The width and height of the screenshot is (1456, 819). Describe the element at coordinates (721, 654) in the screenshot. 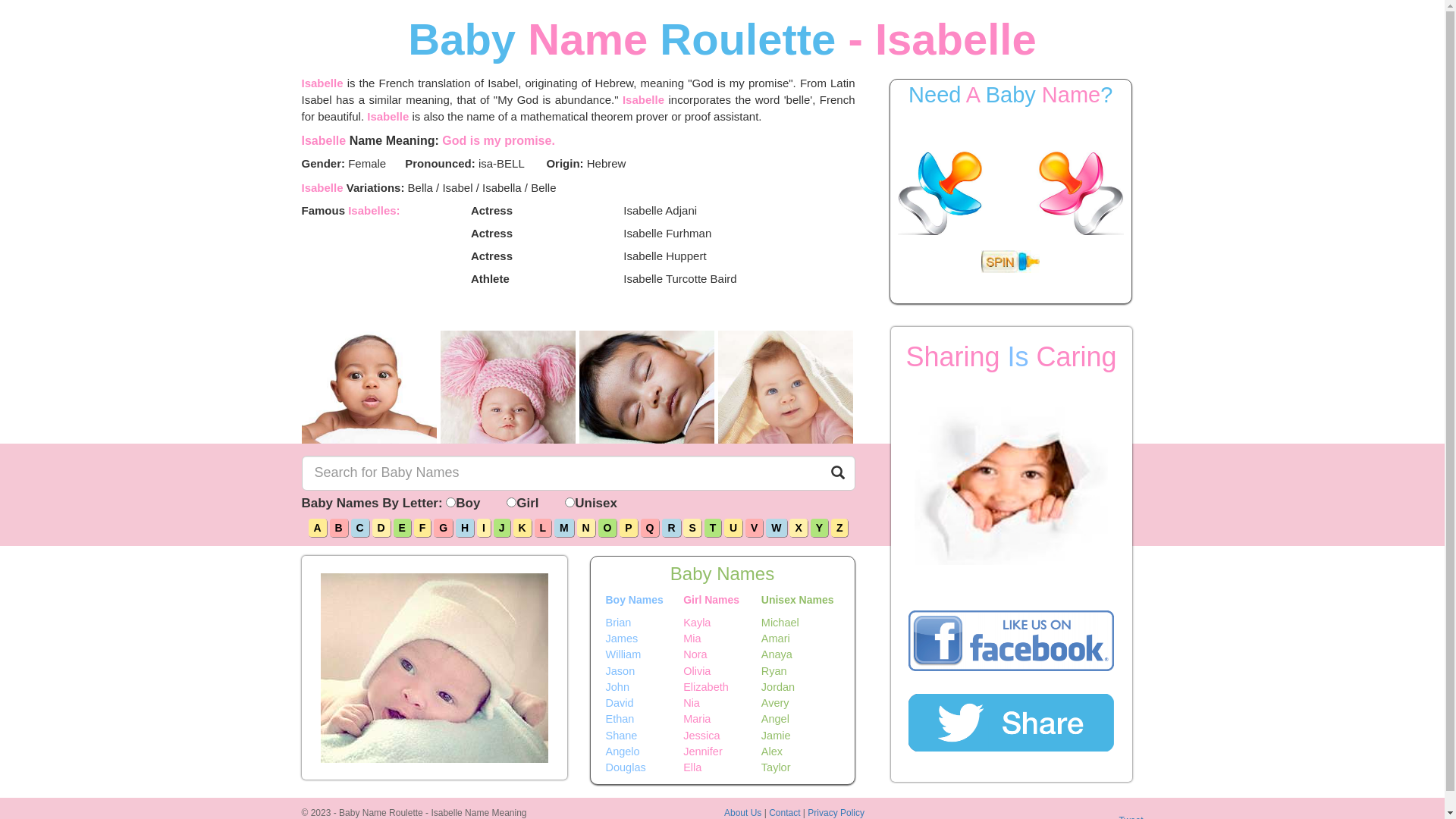

I see `'Nora'` at that location.